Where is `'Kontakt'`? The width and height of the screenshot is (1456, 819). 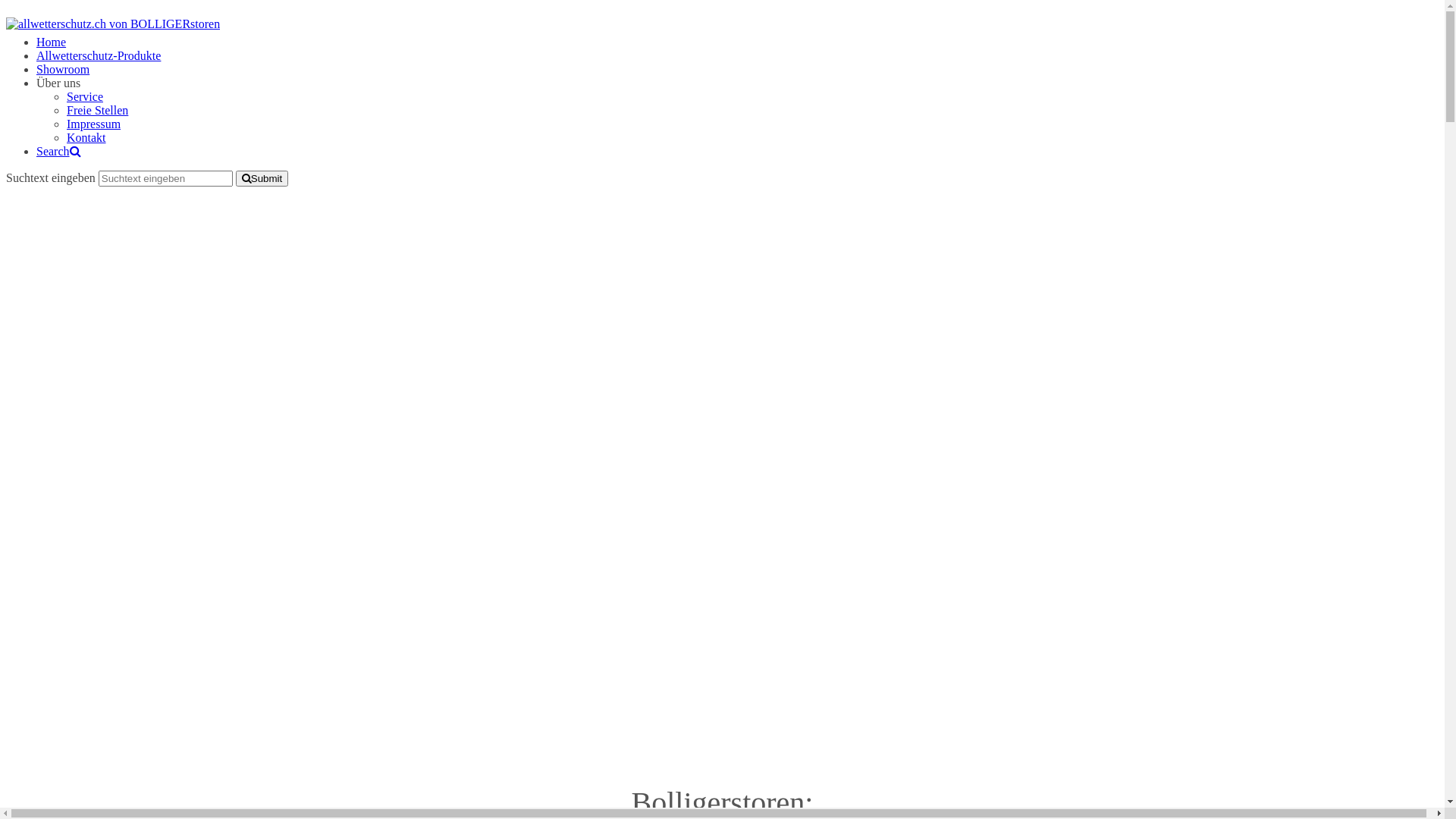 'Kontakt' is located at coordinates (86, 137).